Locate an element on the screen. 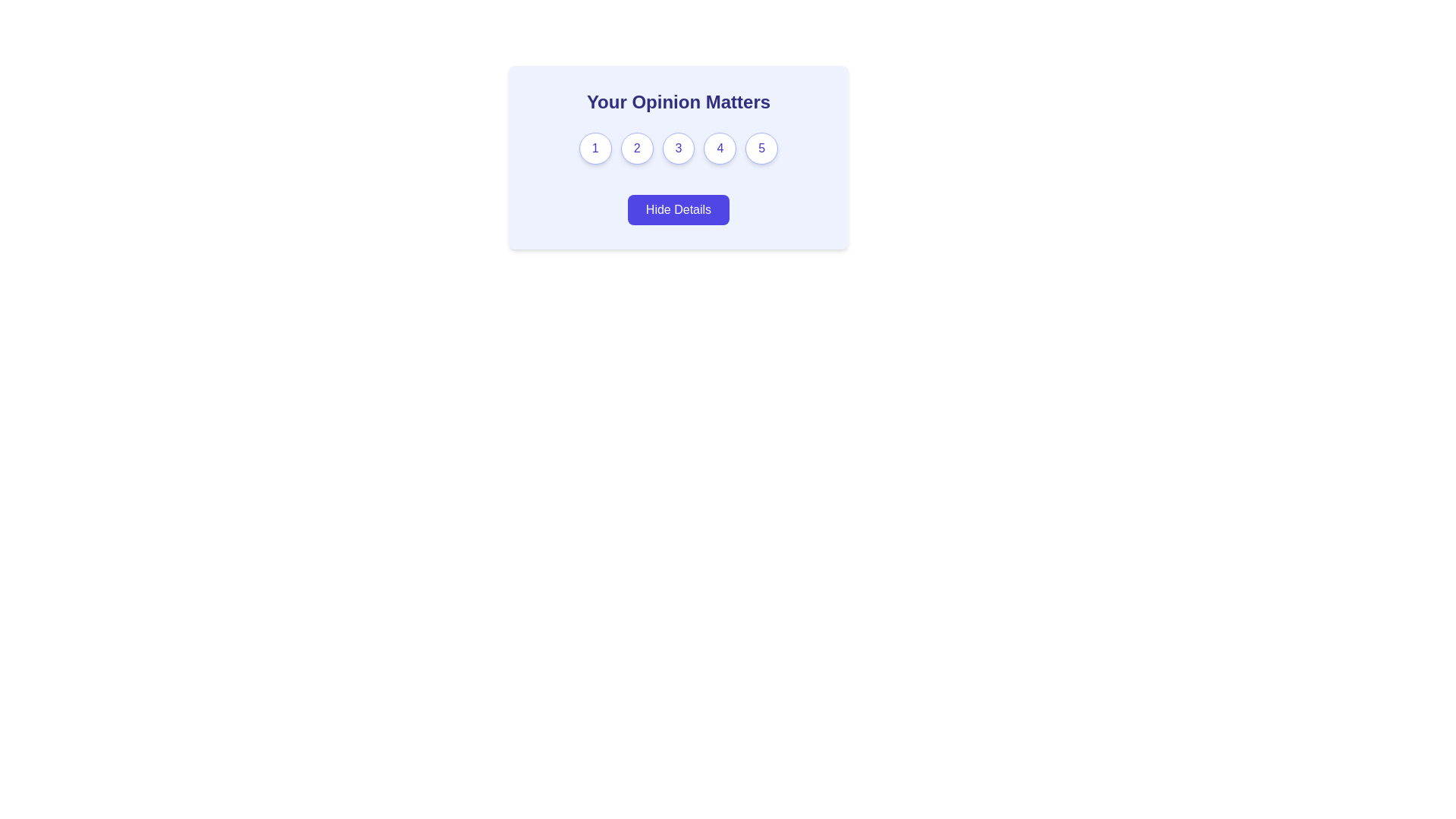  the button with the number '5' in indigo text, located at the far right of the row beneath the heading 'Your Opinion Matters' is located at coordinates (761, 149).